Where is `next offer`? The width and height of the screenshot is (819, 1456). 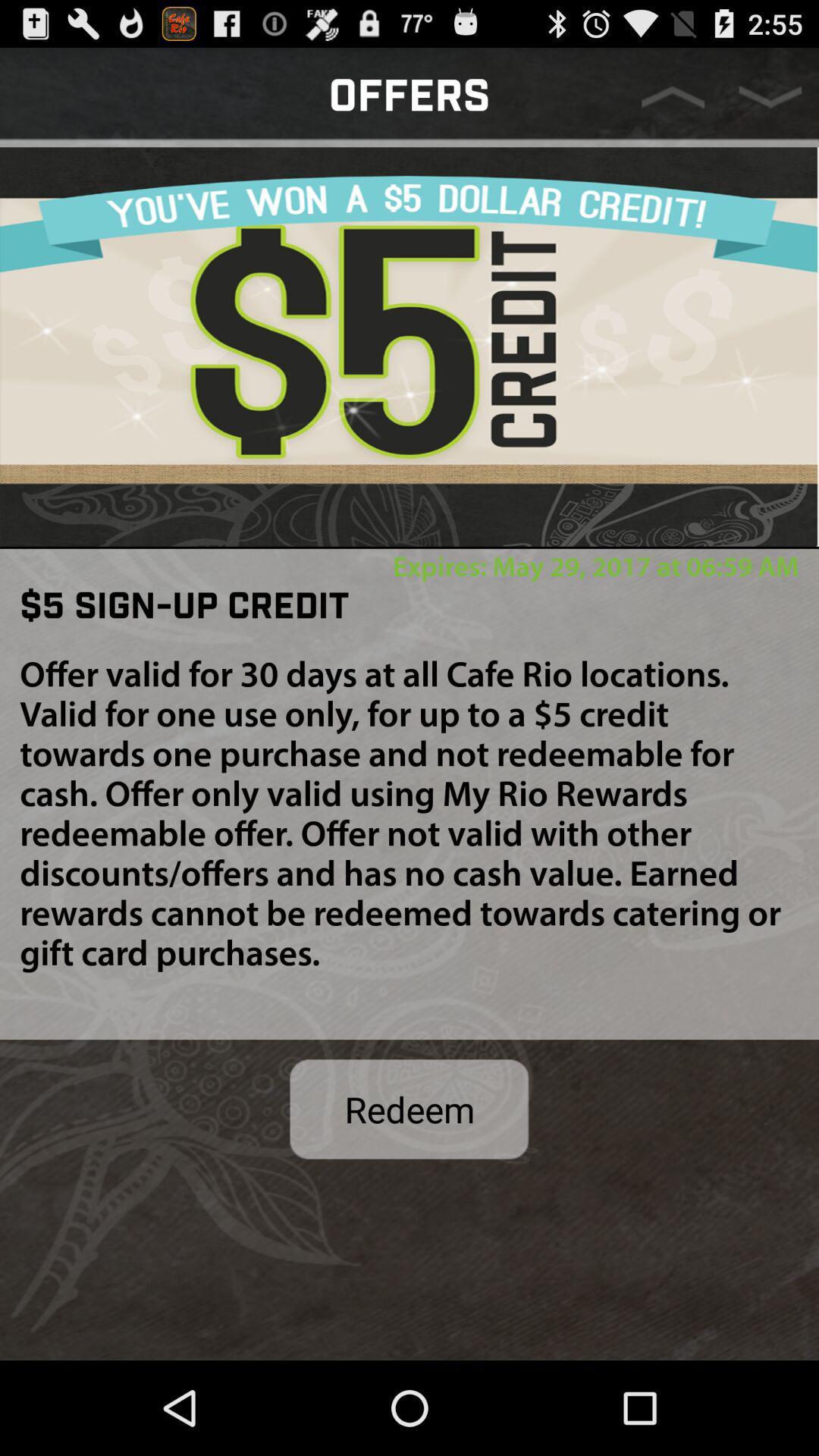
next offer is located at coordinates (770, 96).